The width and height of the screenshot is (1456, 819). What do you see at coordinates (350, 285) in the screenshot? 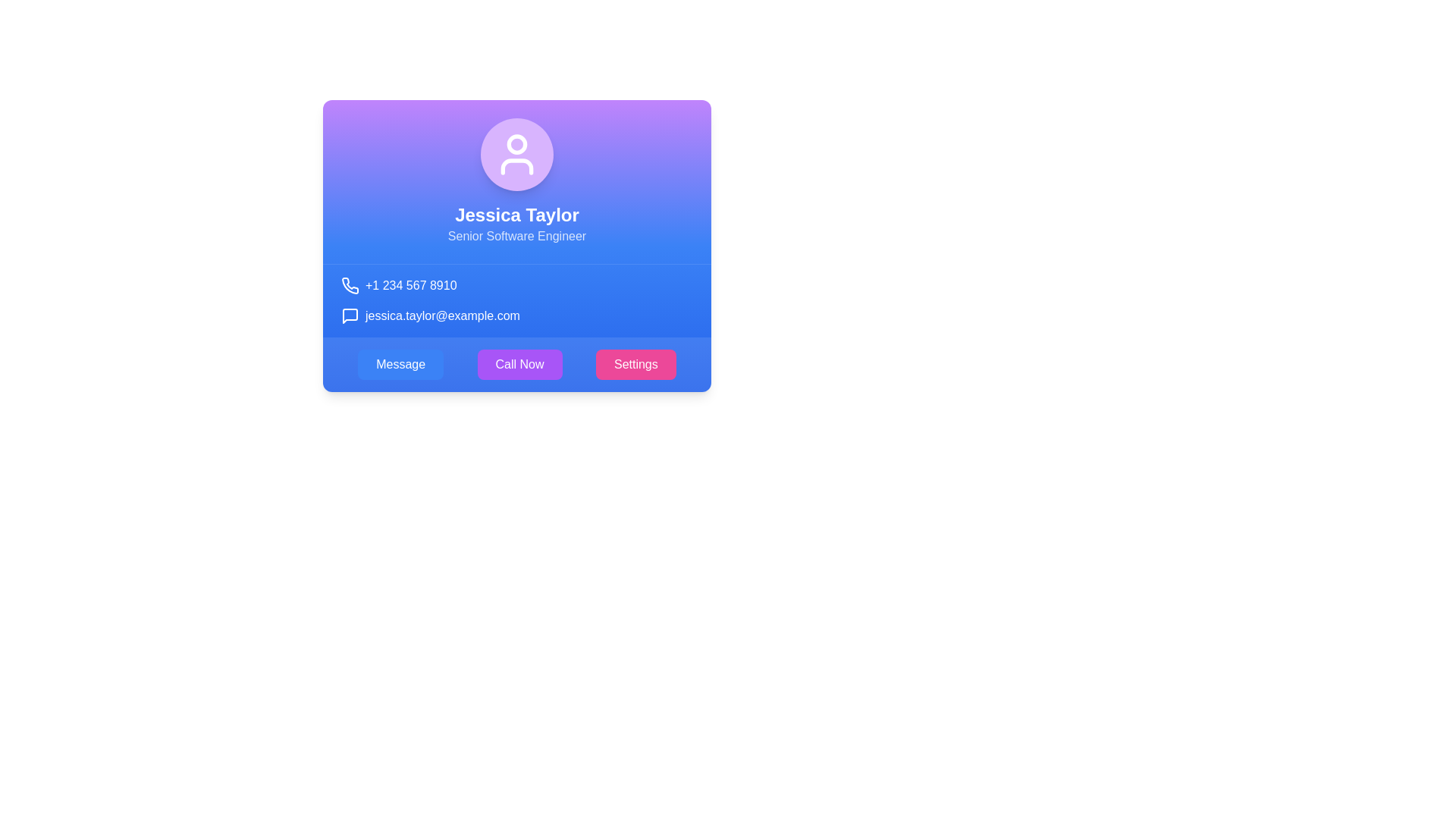
I see `the phone icon located in the contact information section, which visually indicates the purpose of the adjacent phone number '+1 234 567 8910'` at bounding box center [350, 285].